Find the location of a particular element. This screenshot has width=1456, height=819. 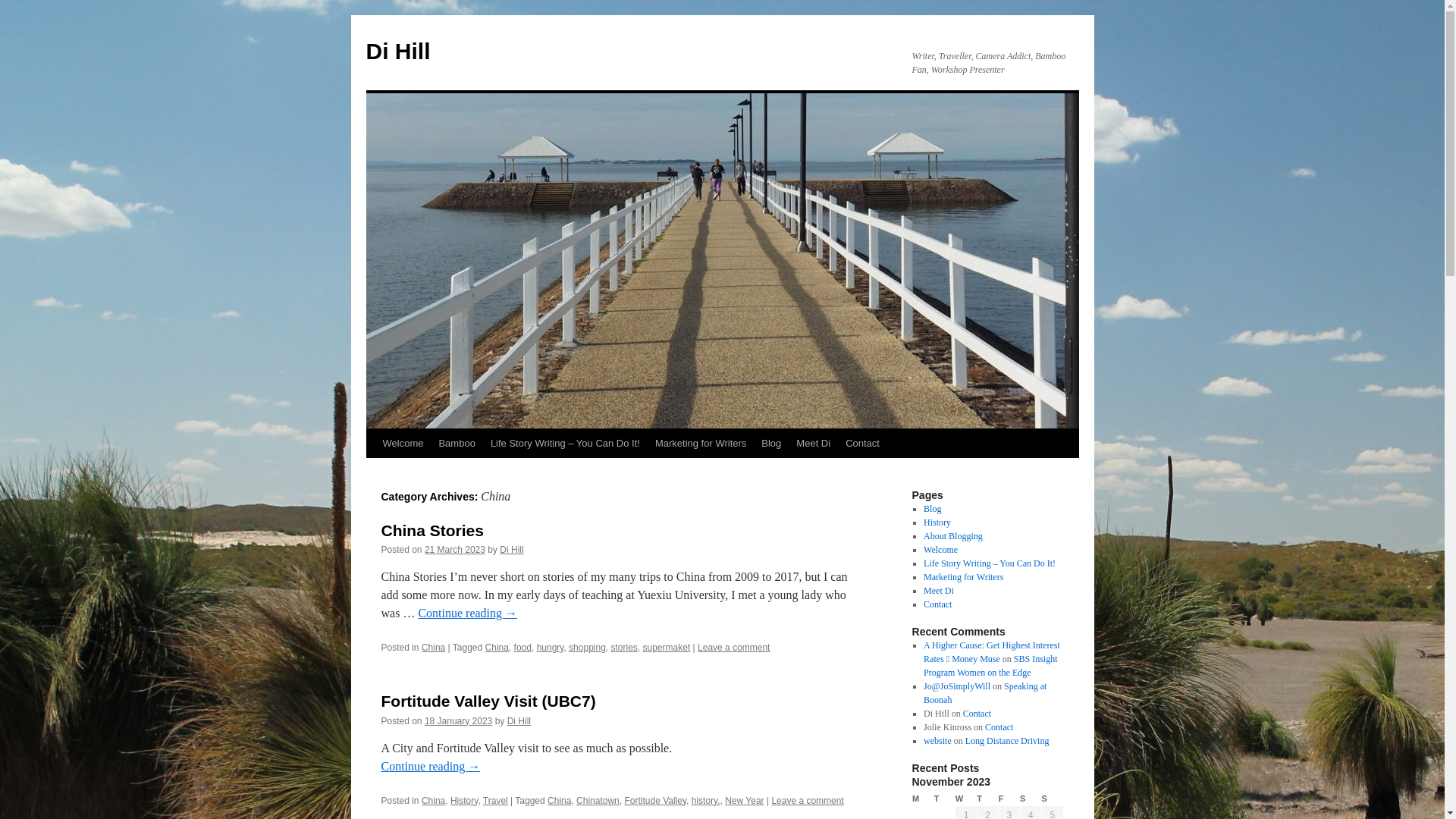

'hungry' is located at coordinates (549, 647).